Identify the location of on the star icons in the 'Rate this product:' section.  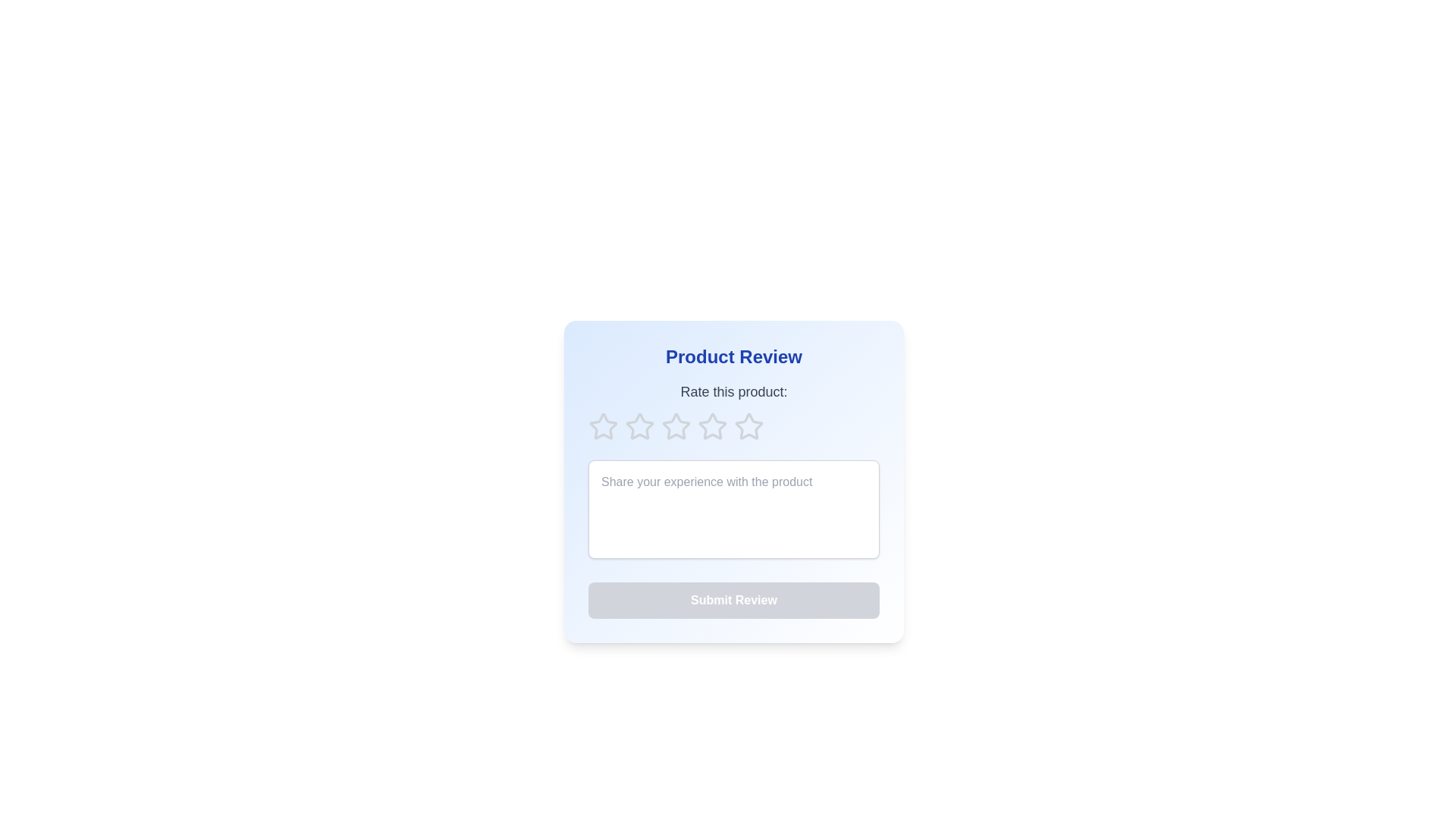
(734, 412).